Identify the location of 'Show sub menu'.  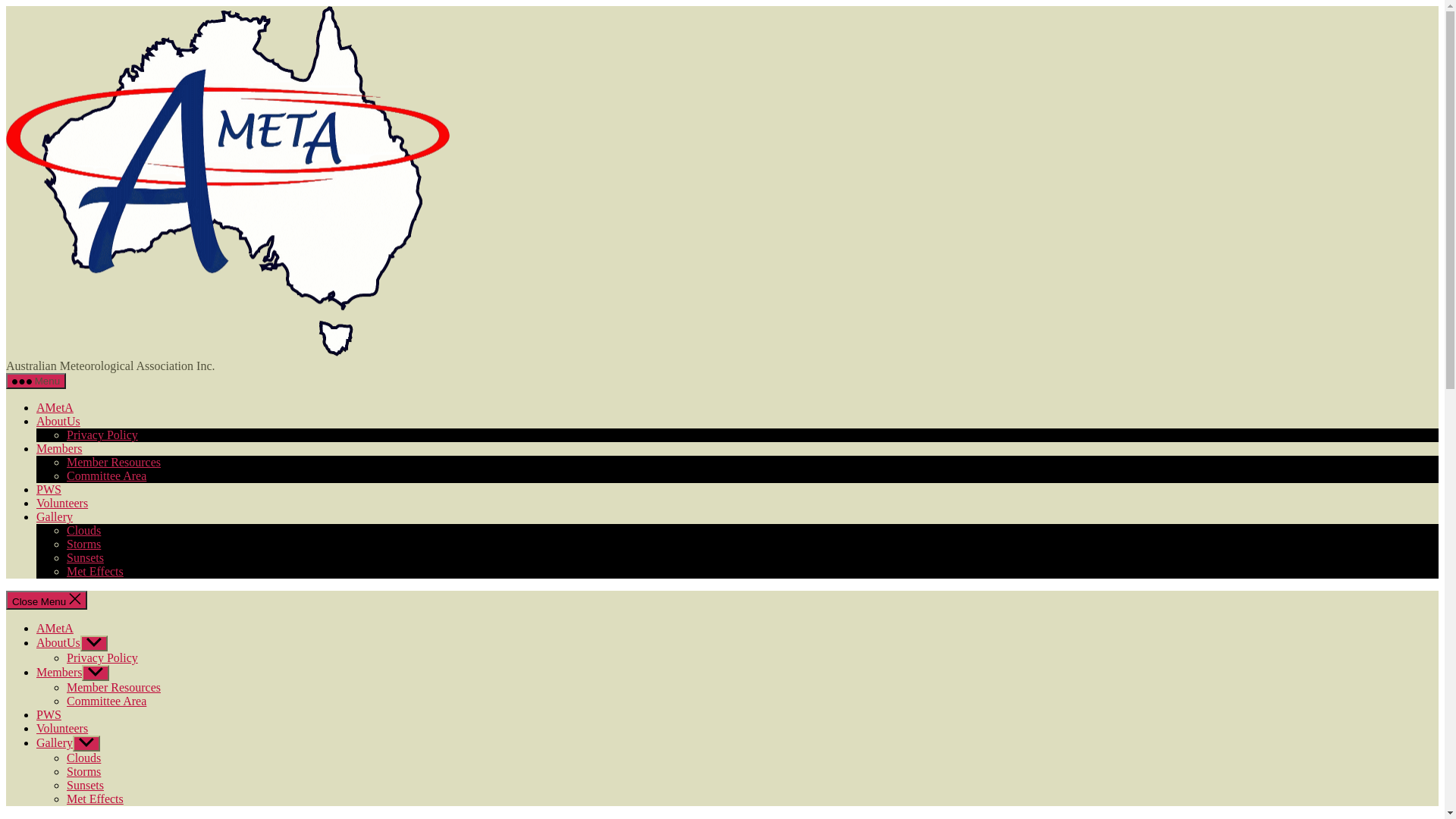
(94, 672).